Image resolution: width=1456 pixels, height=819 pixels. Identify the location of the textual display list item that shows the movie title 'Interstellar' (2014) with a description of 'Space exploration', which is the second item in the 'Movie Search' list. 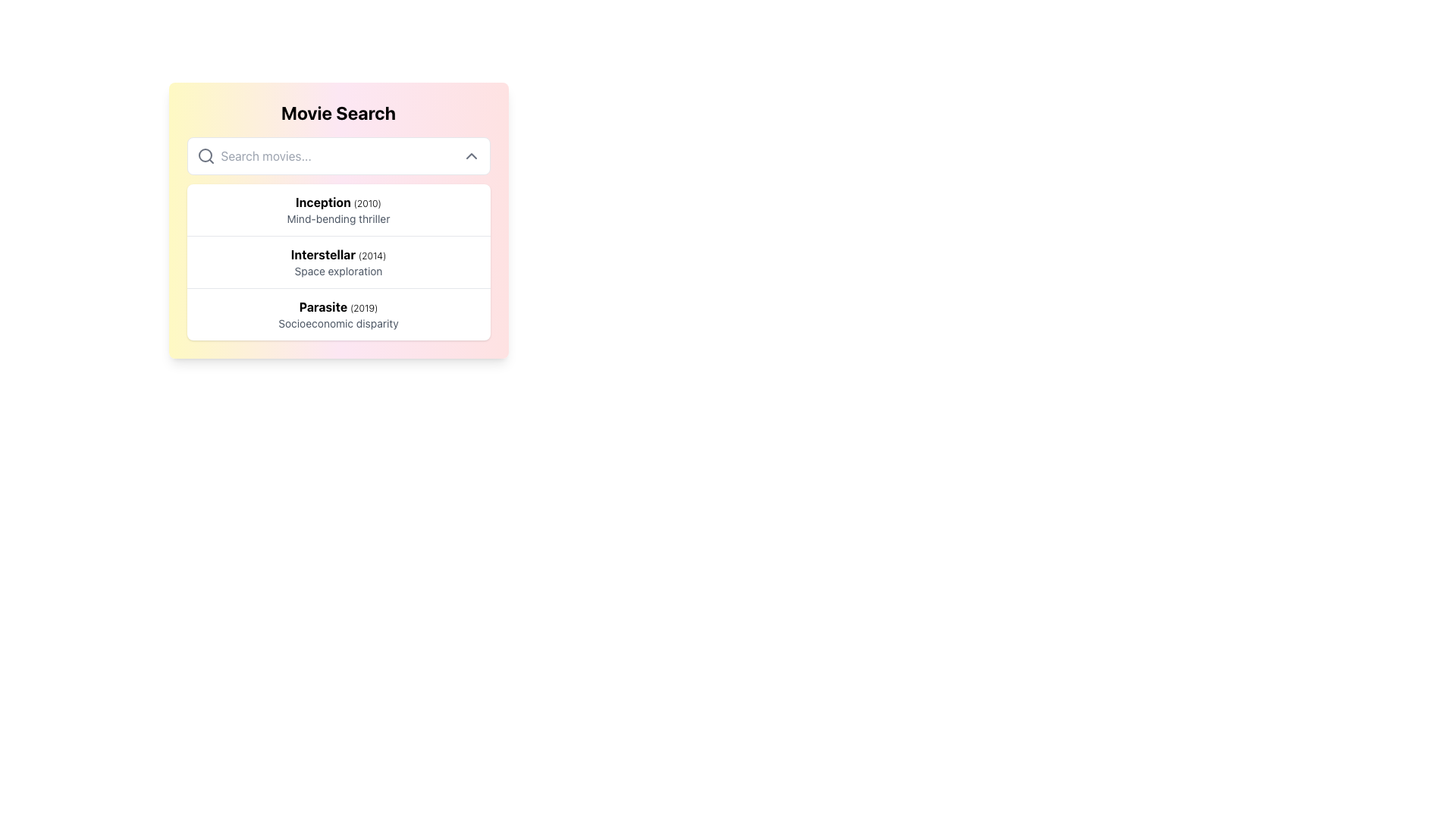
(337, 261).